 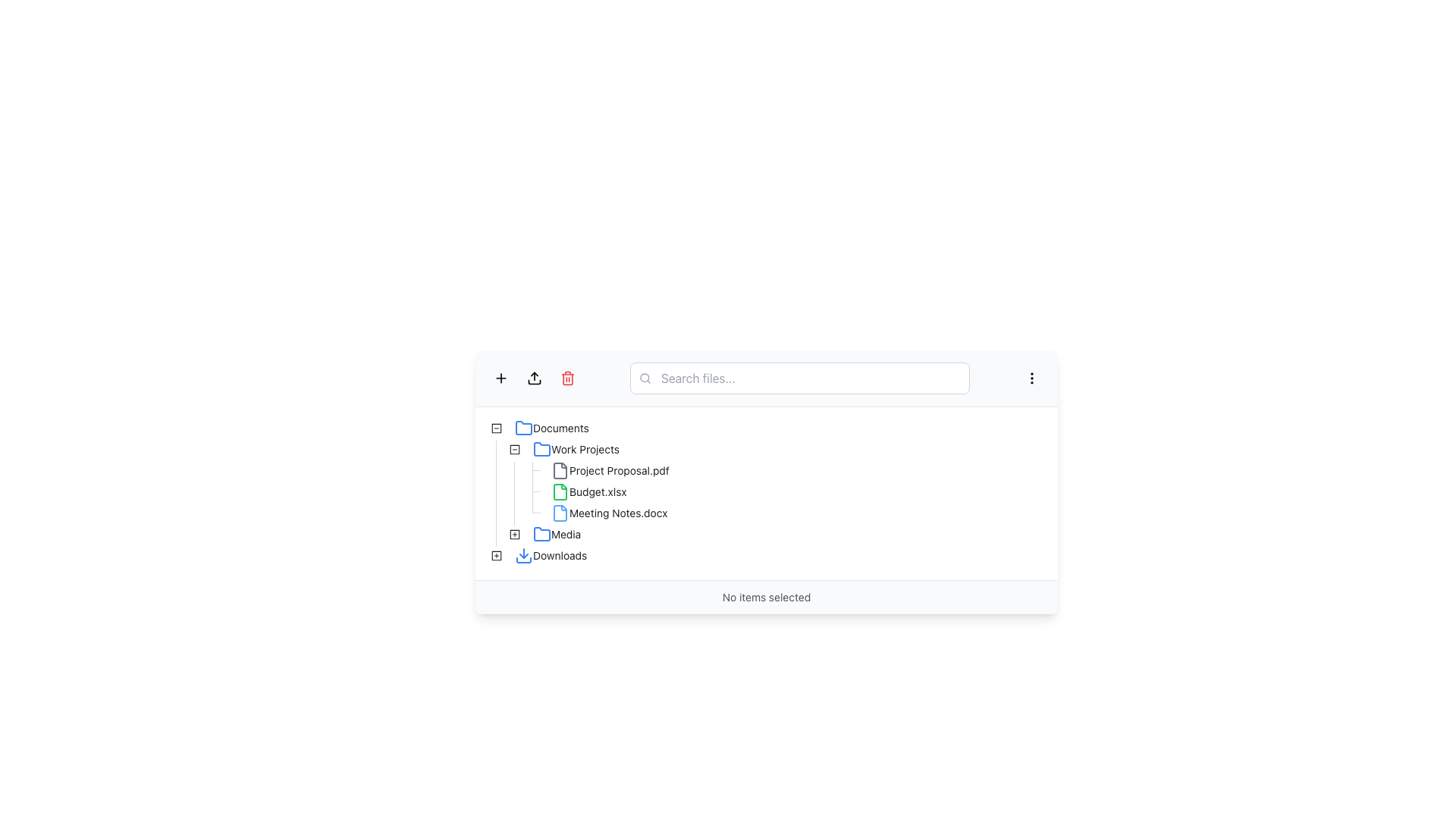 I want to click on the folder icon representing the 'Documents' folder in the file tree, so click(x=524, y=428).